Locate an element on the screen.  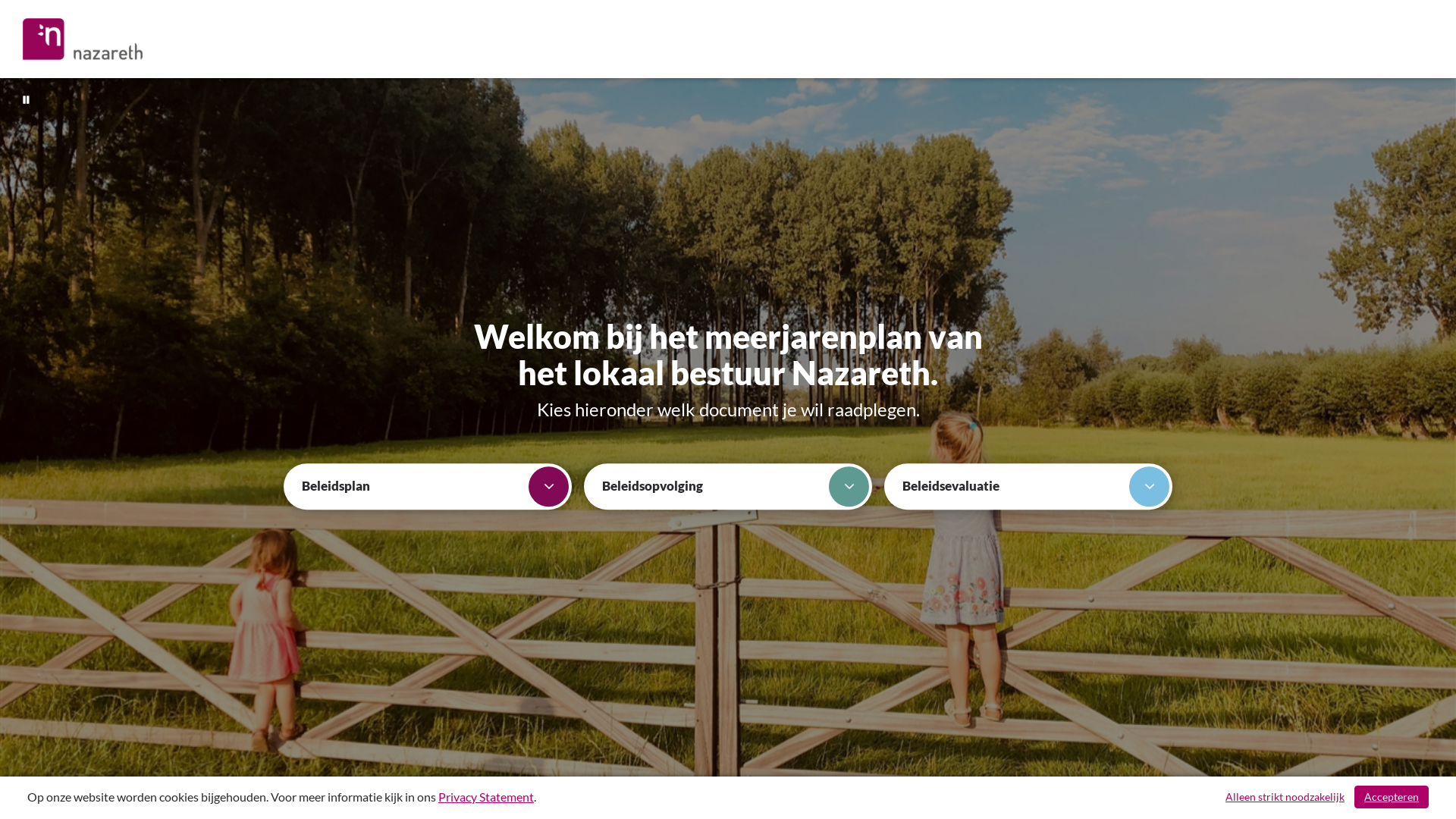
'Beleidsplan' is located at coordinates (427, 486).